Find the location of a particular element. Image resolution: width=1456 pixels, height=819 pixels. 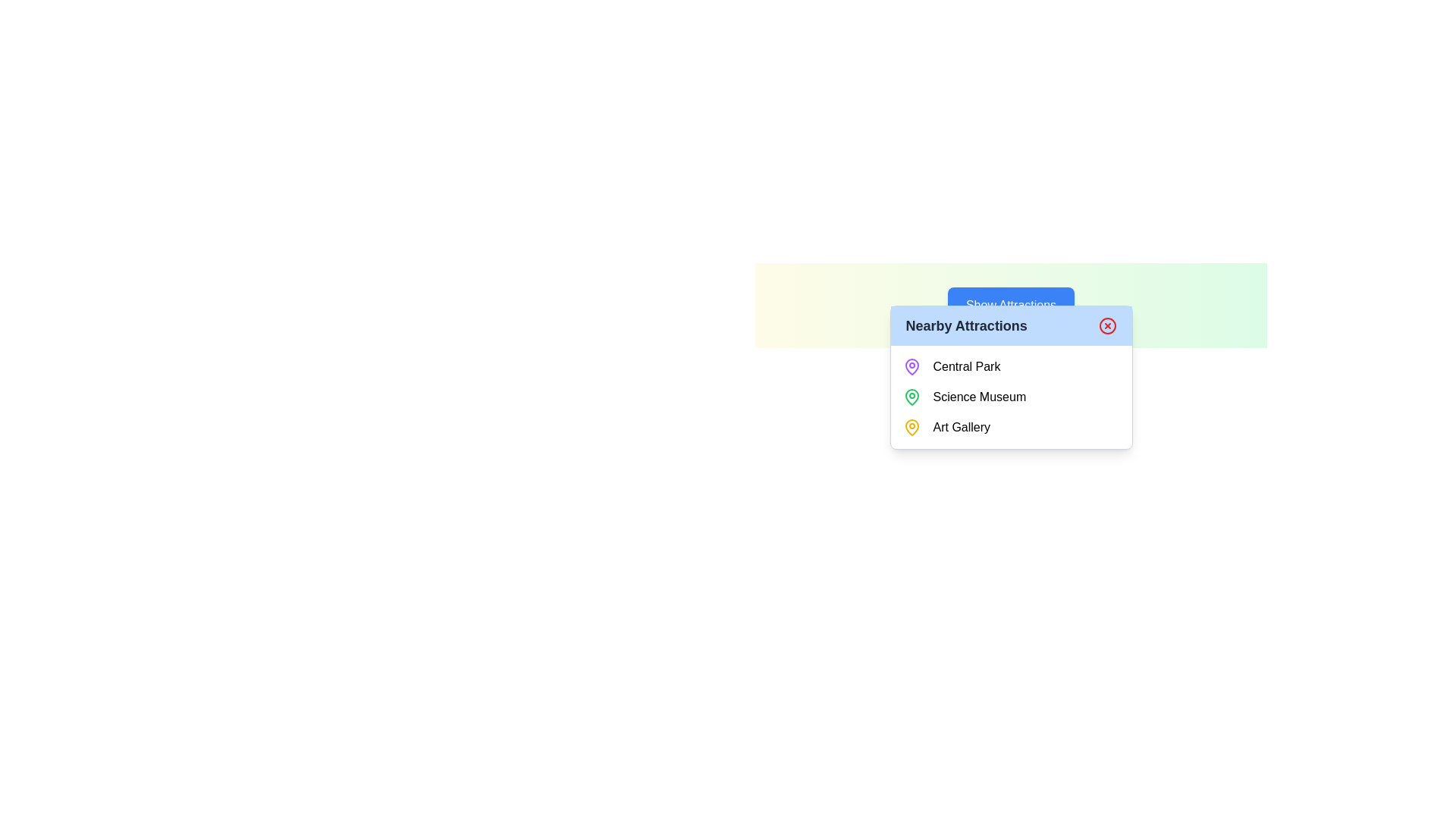

the Close button, which is a circular button with a red border and a red 'X' symbol located at the top-right corner of the 'Nearby Attractions' header is located at coordinates (1107, 325).